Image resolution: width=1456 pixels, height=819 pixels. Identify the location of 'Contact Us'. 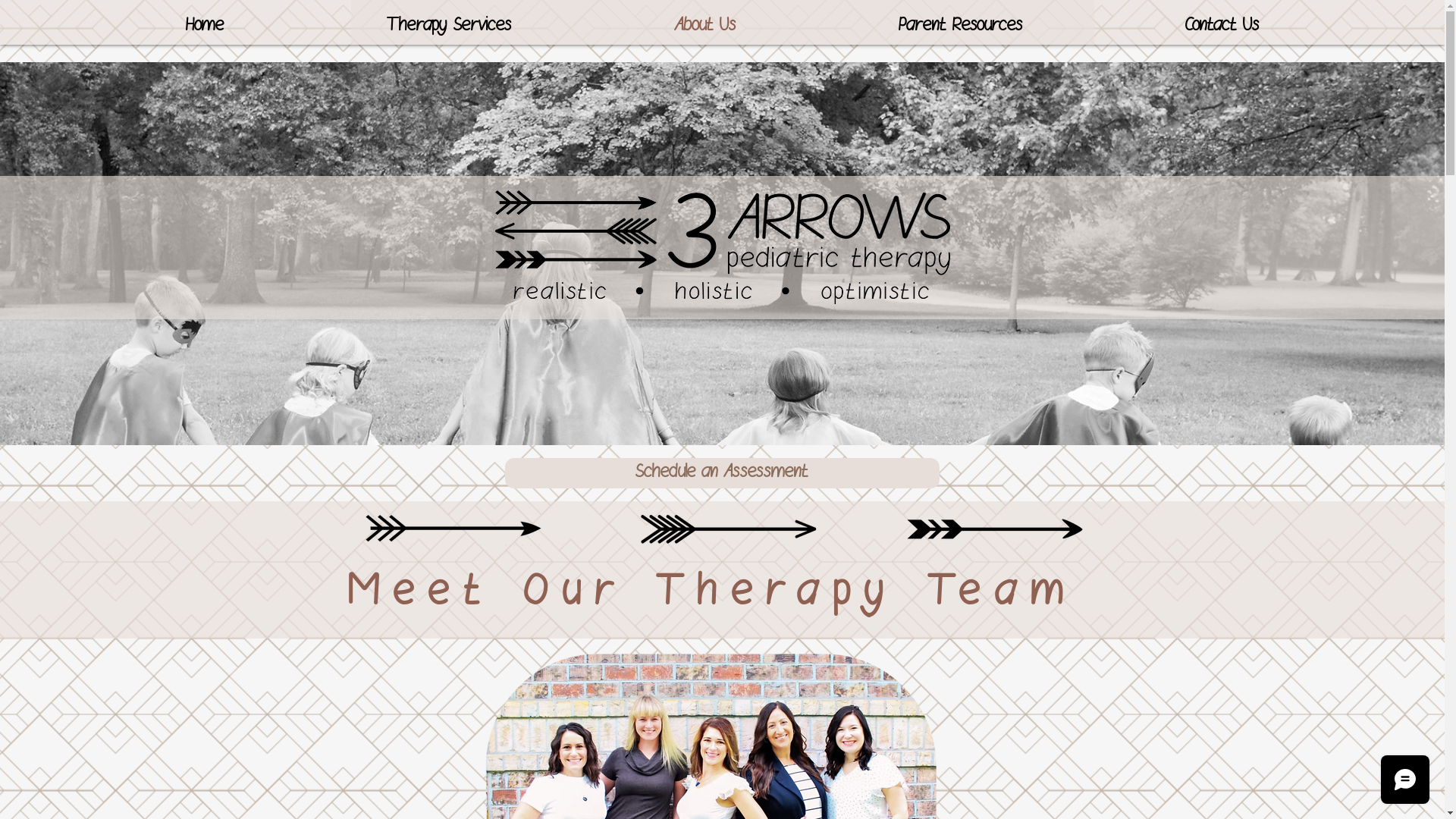
(1222, 26).